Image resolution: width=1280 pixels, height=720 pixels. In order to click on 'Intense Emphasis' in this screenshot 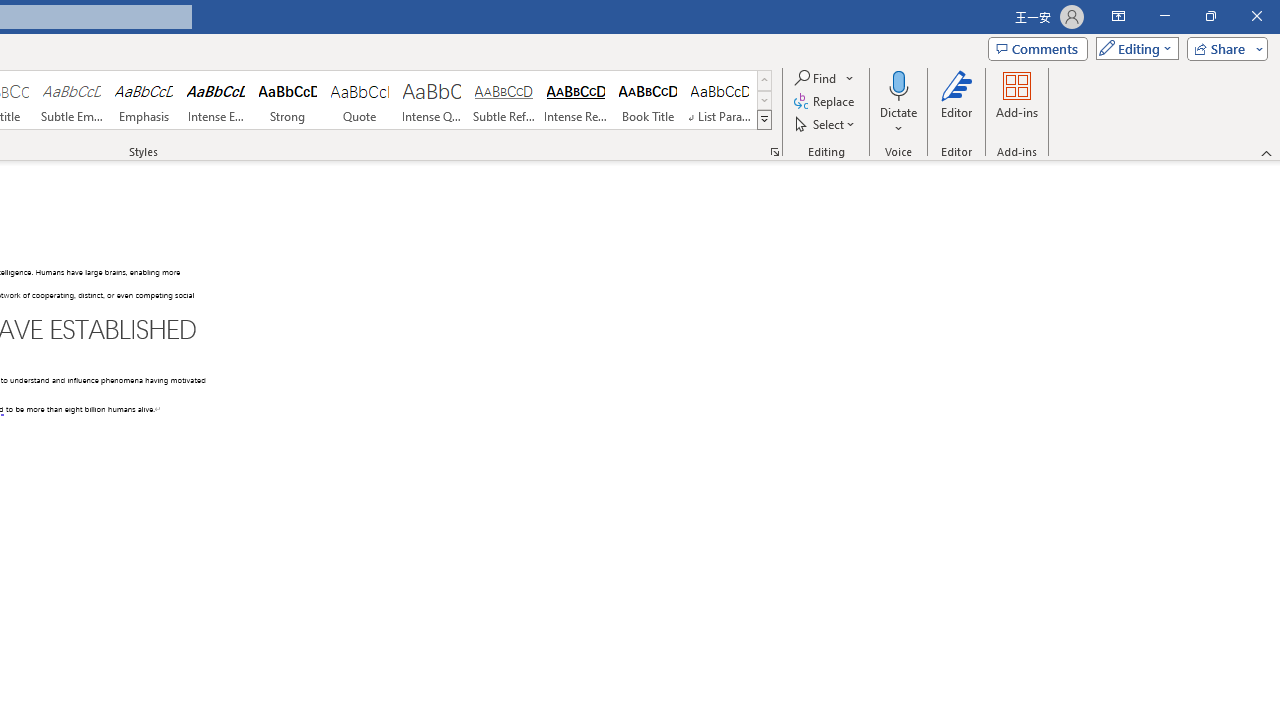, I will do `click(216, 100)`.